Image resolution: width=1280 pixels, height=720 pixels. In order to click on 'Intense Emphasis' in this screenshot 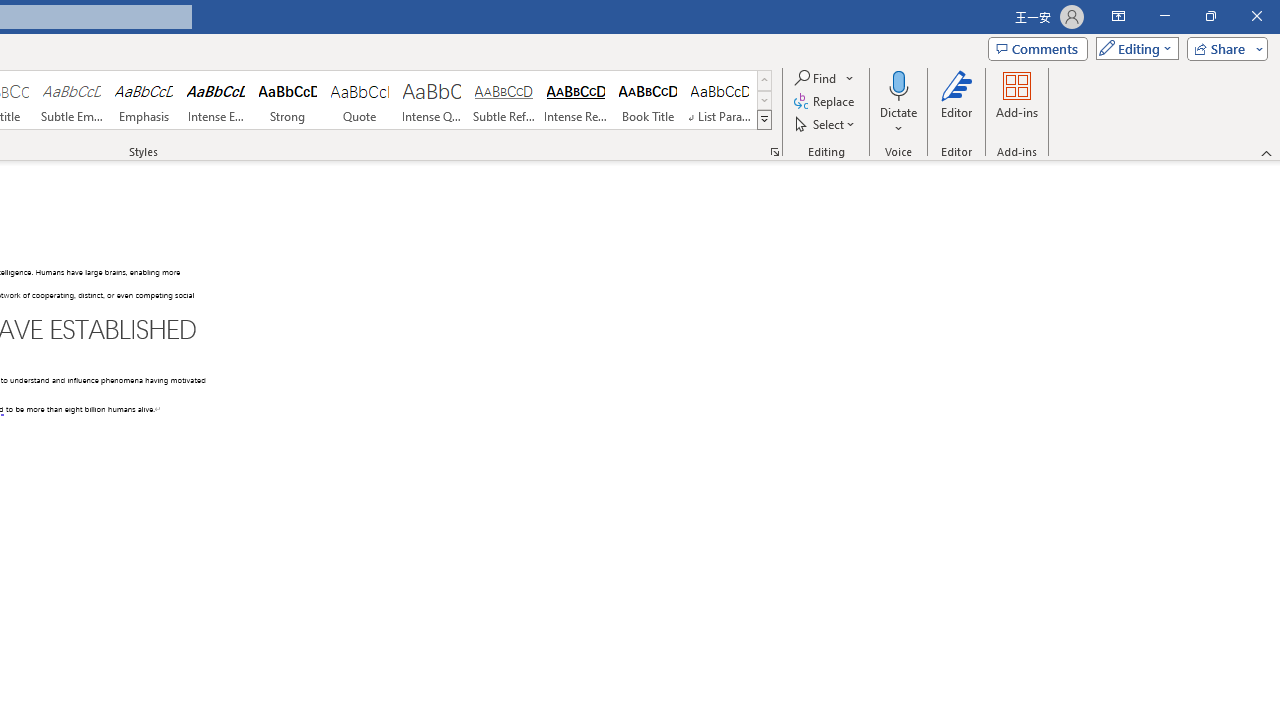, I will do `click(216, 100)`.